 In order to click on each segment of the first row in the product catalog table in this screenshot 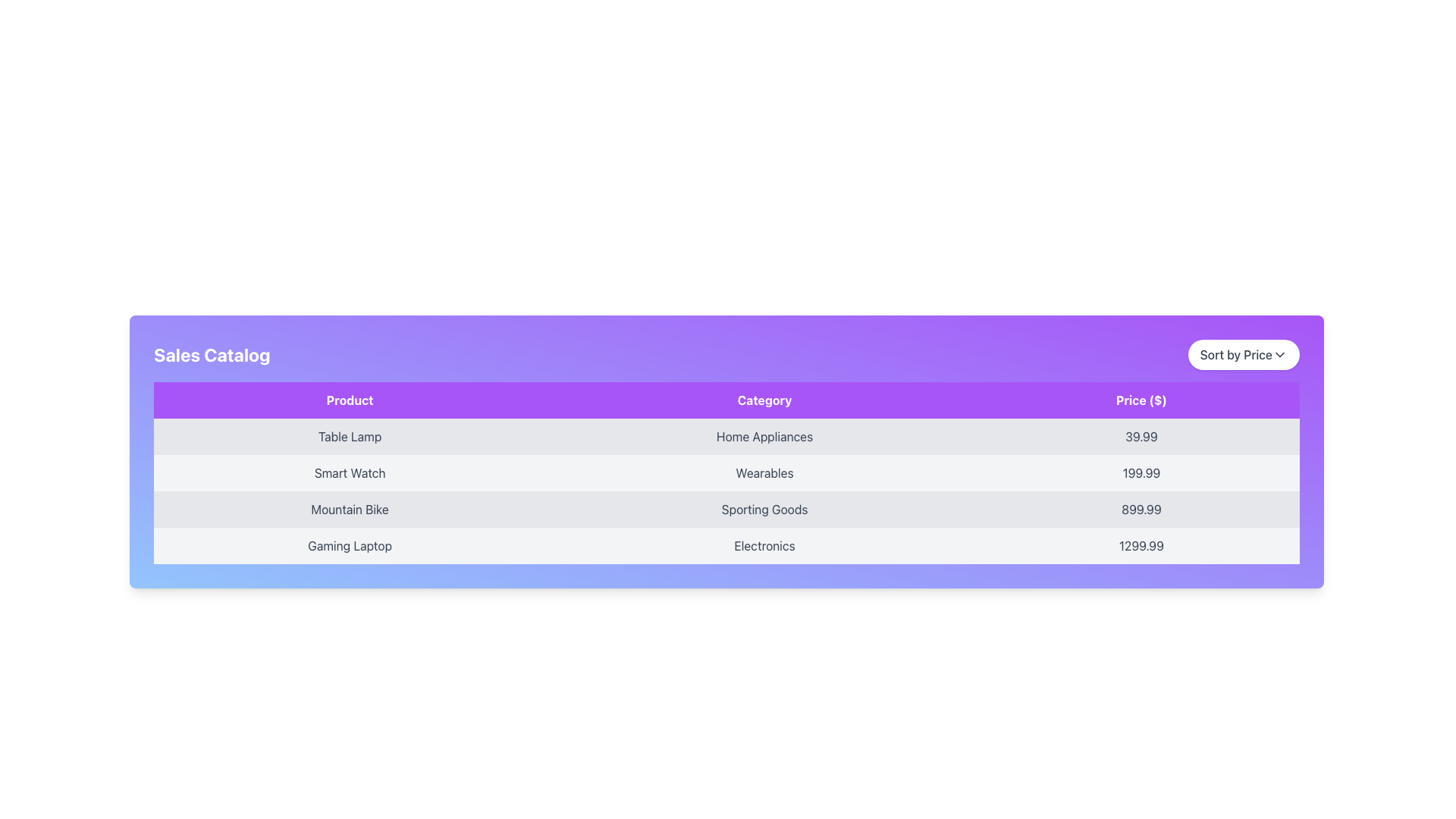, I will do `click(726, 436)`.